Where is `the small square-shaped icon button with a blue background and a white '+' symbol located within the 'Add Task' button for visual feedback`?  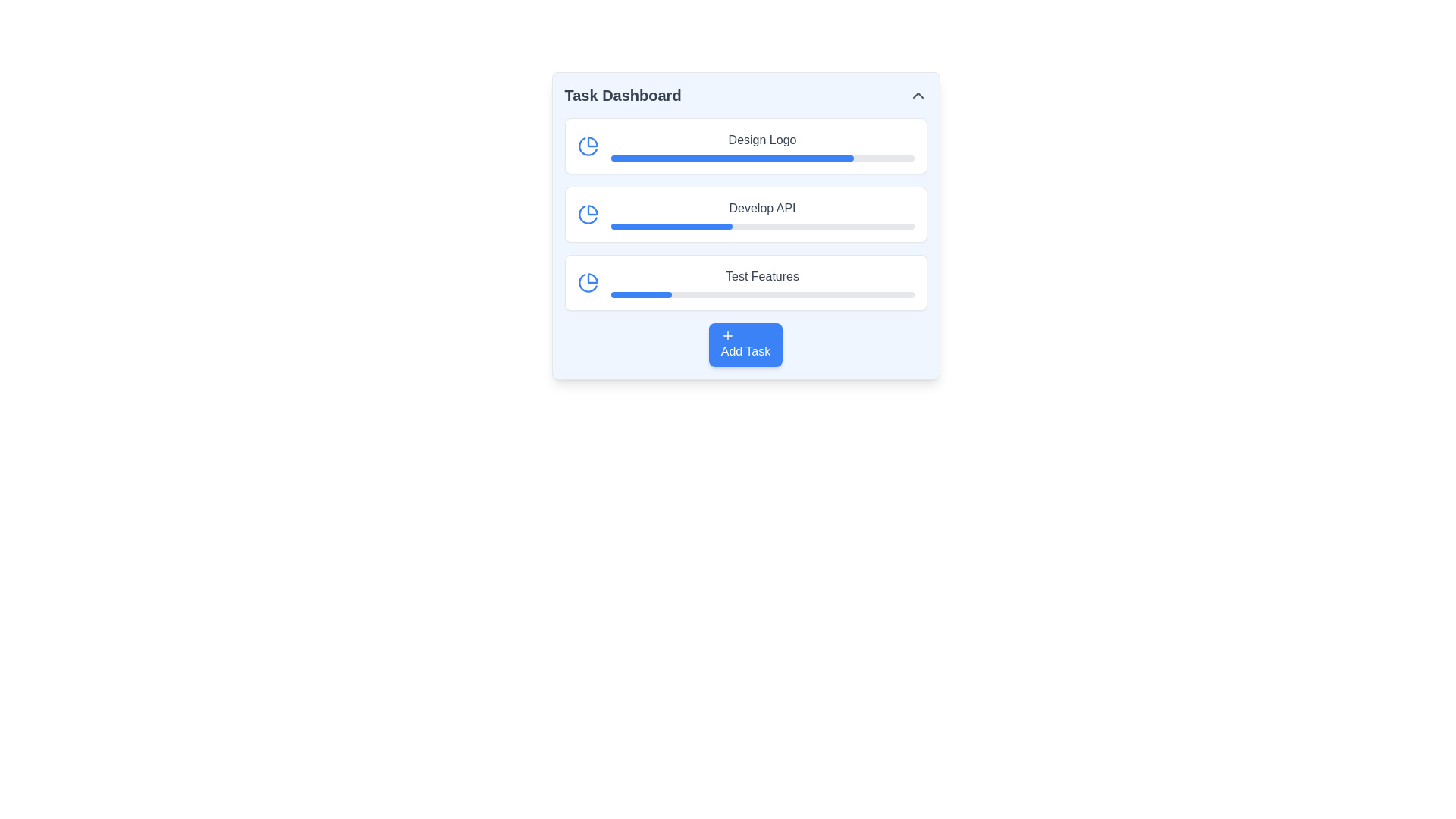 the small square-shaped icon button with a blue background and a white '+' symbol located within the 'Add Task' button for visual feedback is located at coordinates (726, 335).